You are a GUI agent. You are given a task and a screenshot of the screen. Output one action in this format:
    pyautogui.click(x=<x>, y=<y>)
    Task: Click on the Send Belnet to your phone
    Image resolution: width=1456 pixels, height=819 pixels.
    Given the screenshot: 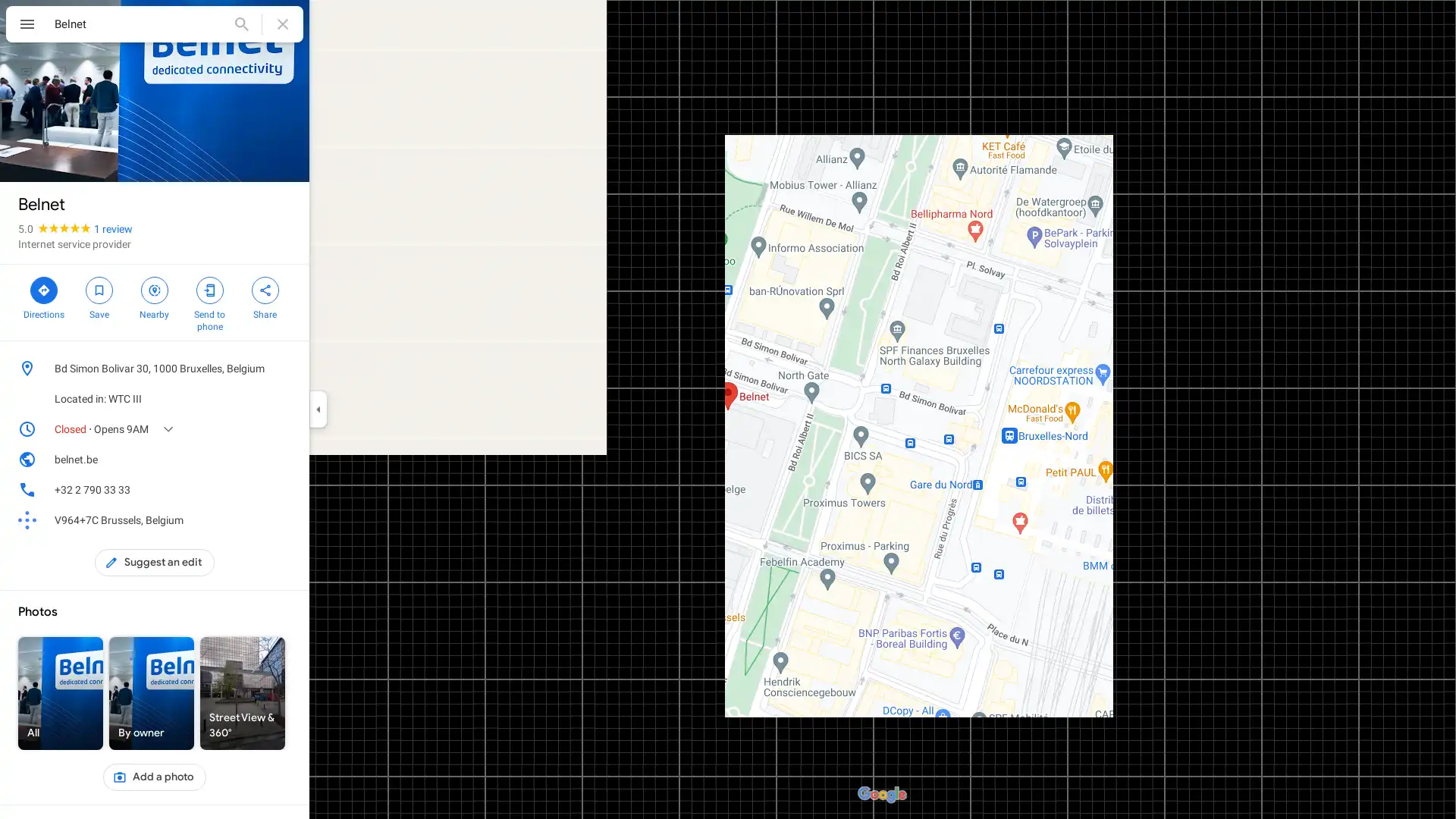 What is the action you would take?
    pyautogui.click(x=209, y=302)
    